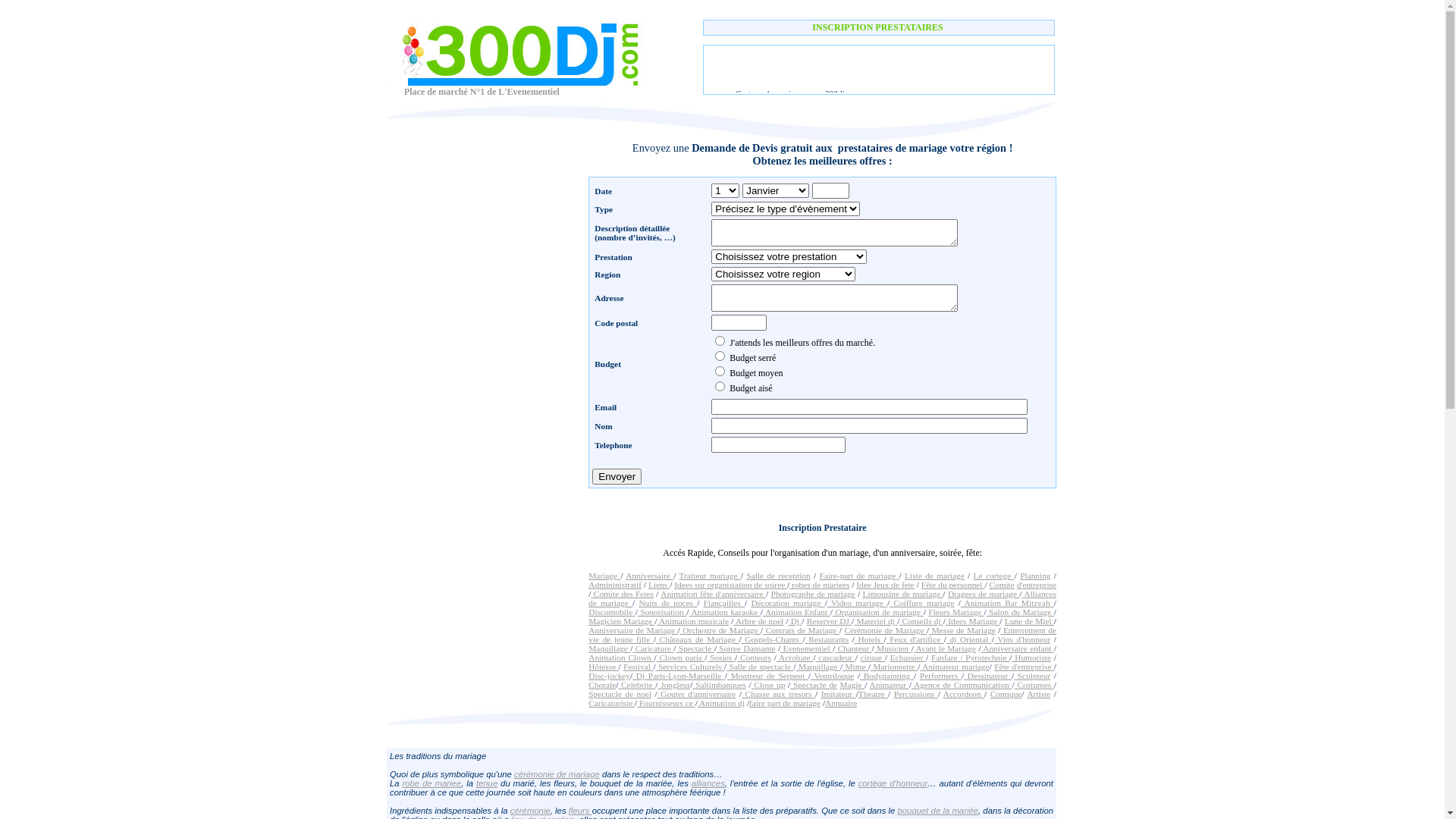 The image size is (1456, 819). Describe the element at coordinates (800, 629) in the screenshot. I see `'Contrats de Mariage'` at that location.